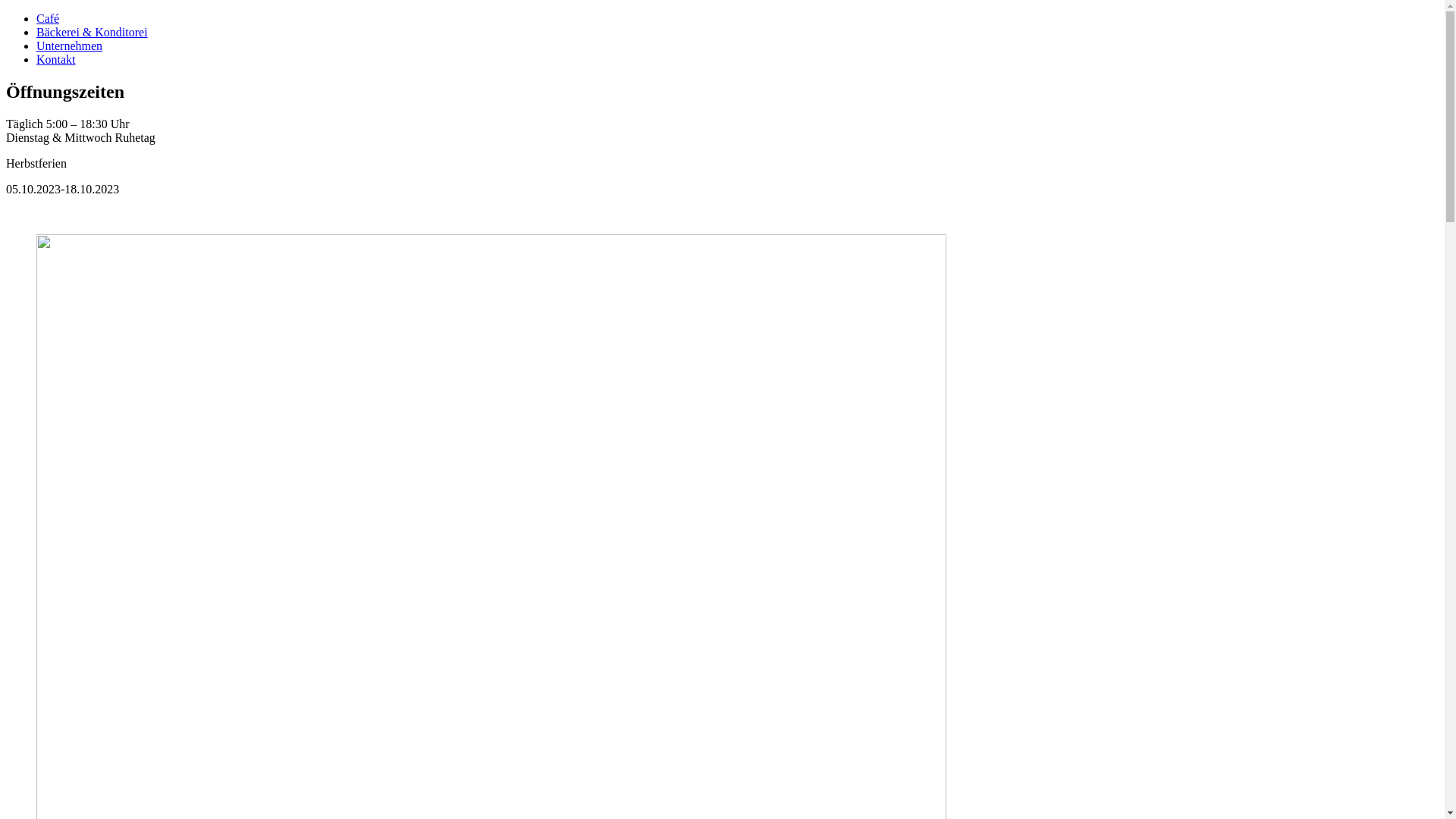 Image resolution: width=1456 pixels, height=819 pixels. What do you see at coordinates (36, 58) in the screenshot?
I see `'Kontakt'` at bounding box center [36, 58].